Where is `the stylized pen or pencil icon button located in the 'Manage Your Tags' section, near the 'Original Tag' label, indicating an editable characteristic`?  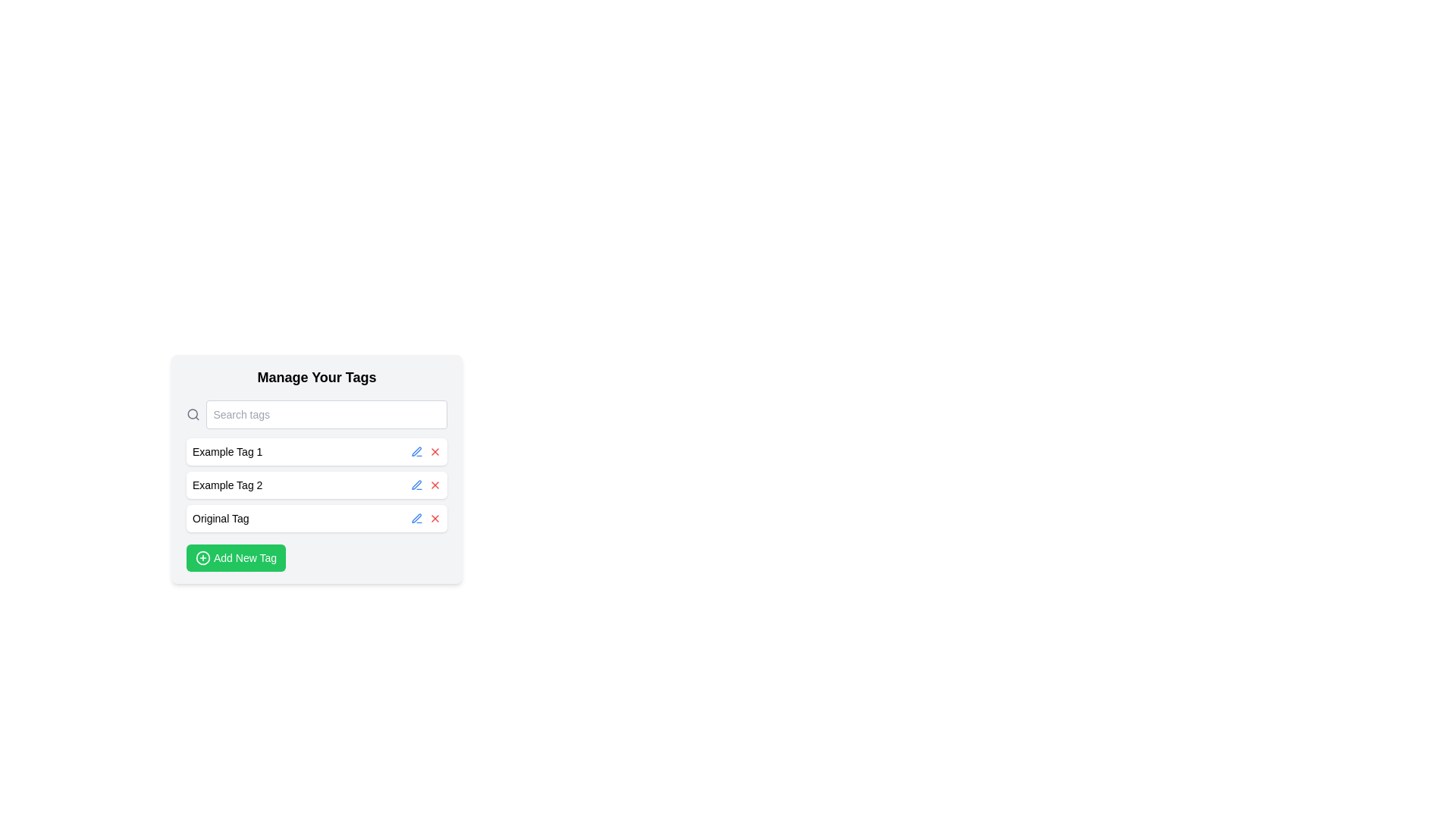
the stylized pen or pencil icon button located in the 'Manage Your Tags' section, near the 'Original Tag' label, indicating an editable characteristic is located at coordinates (416, 450).